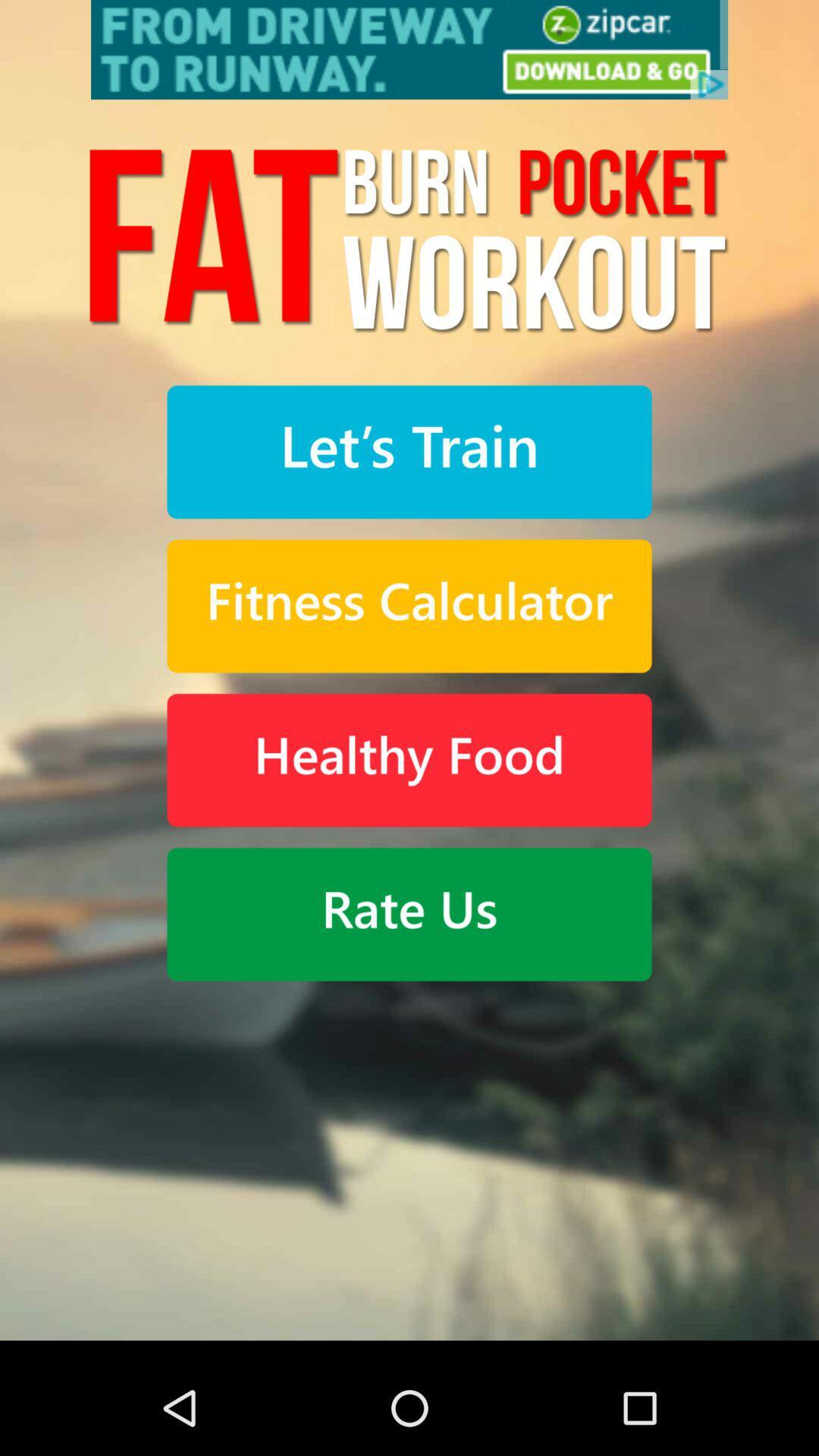  I want to click on begin training, so click(409, 451).